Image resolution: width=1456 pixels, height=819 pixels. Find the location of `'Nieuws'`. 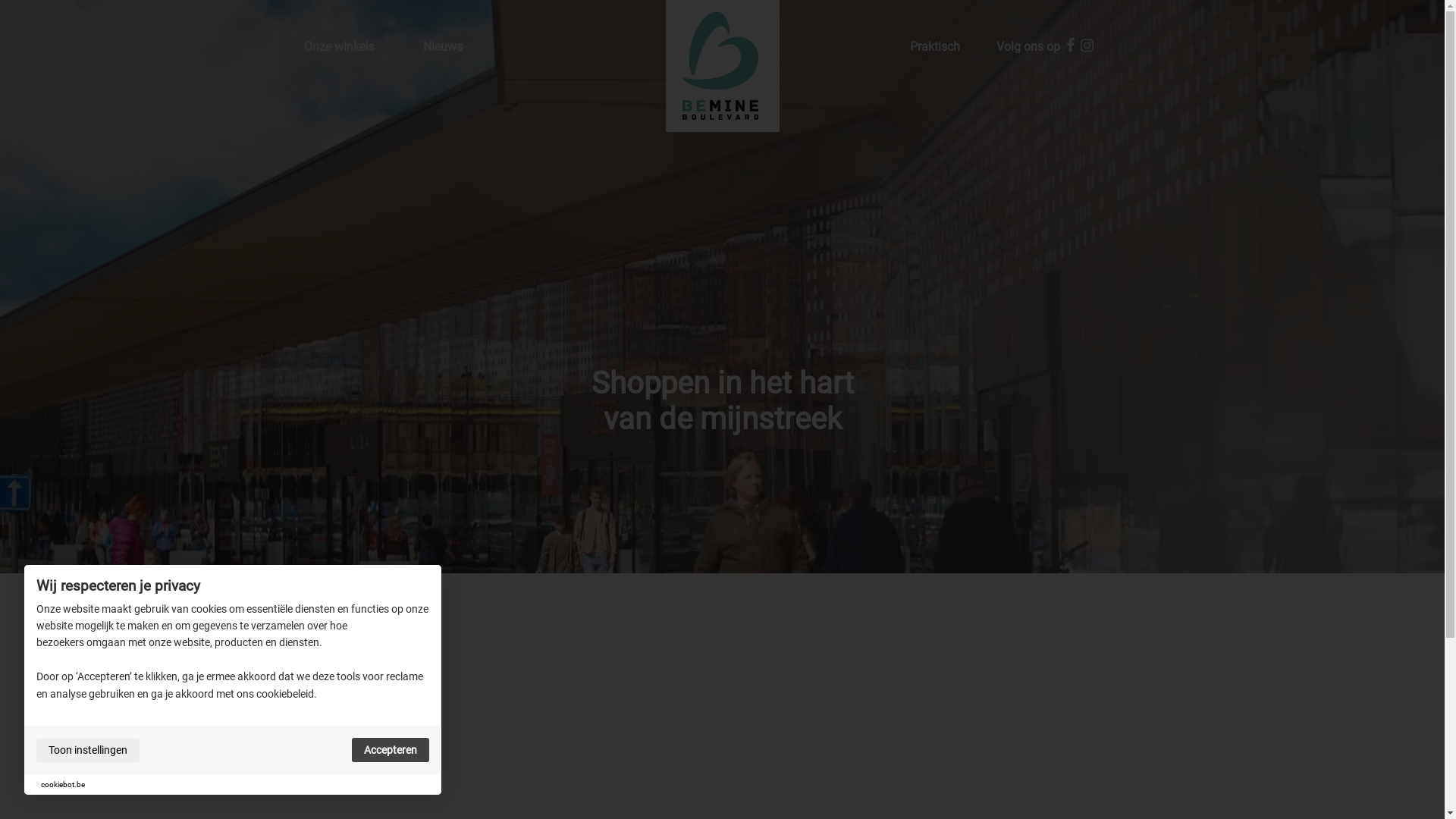

'Nieuws' is located at coordinates (442, 45).